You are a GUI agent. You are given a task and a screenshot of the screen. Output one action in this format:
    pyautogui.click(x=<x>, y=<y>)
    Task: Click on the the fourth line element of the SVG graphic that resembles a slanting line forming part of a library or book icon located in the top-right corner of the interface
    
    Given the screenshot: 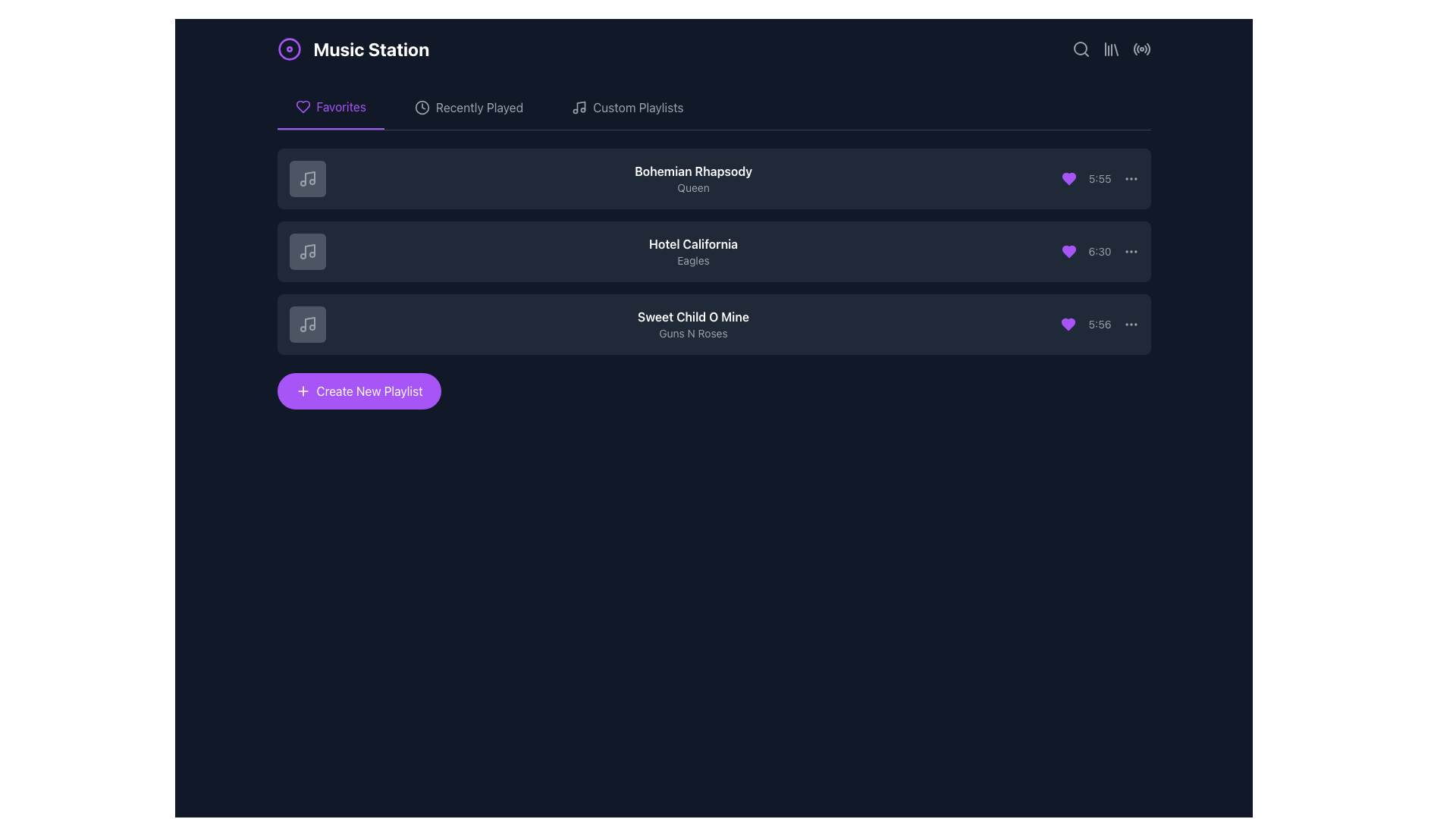 What is the action you would take?
    pyautogui.click(x=1116, y=49)
    